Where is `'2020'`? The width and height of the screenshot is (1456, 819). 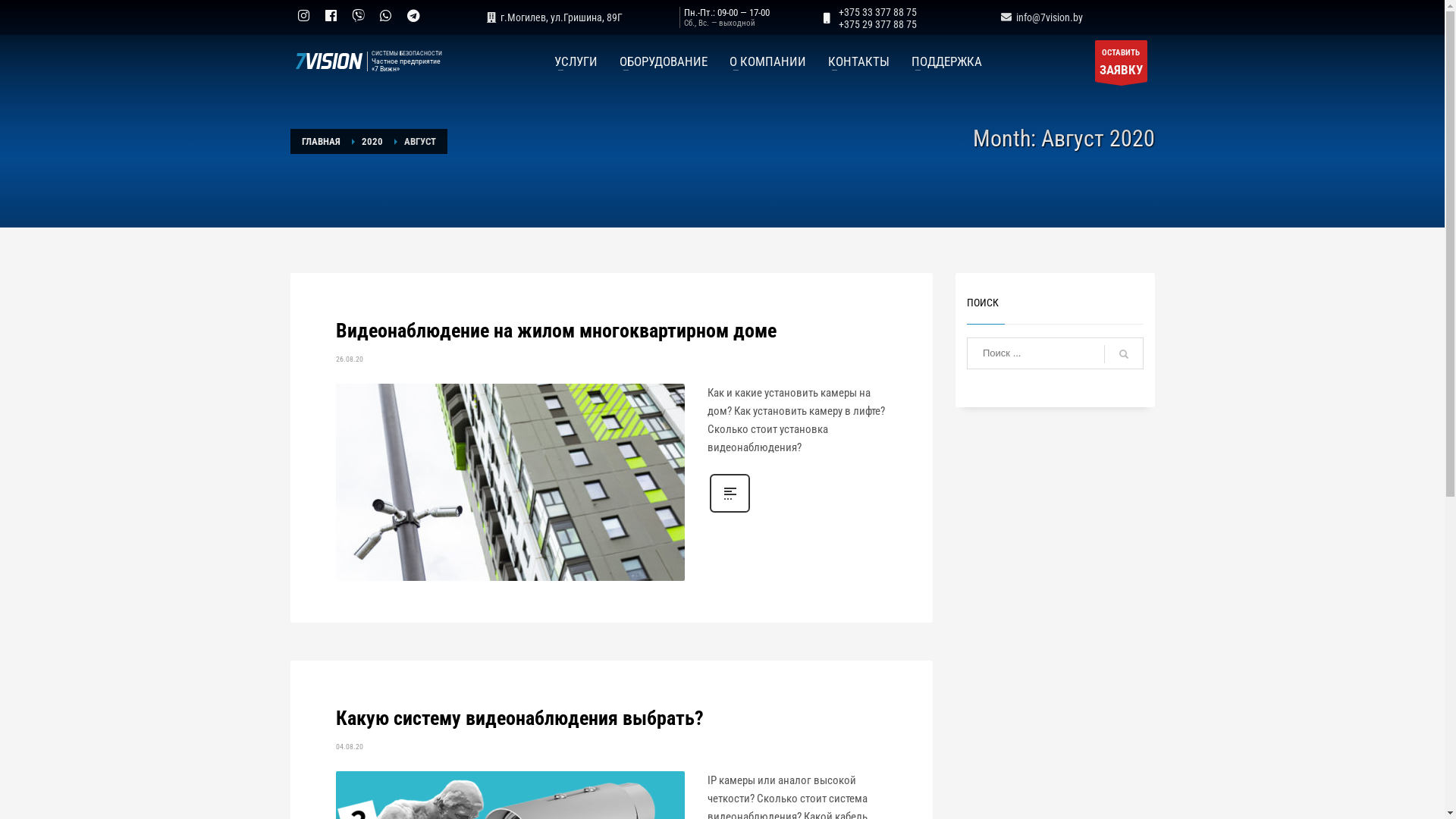
'2020' is located at coordinates (371, 141).